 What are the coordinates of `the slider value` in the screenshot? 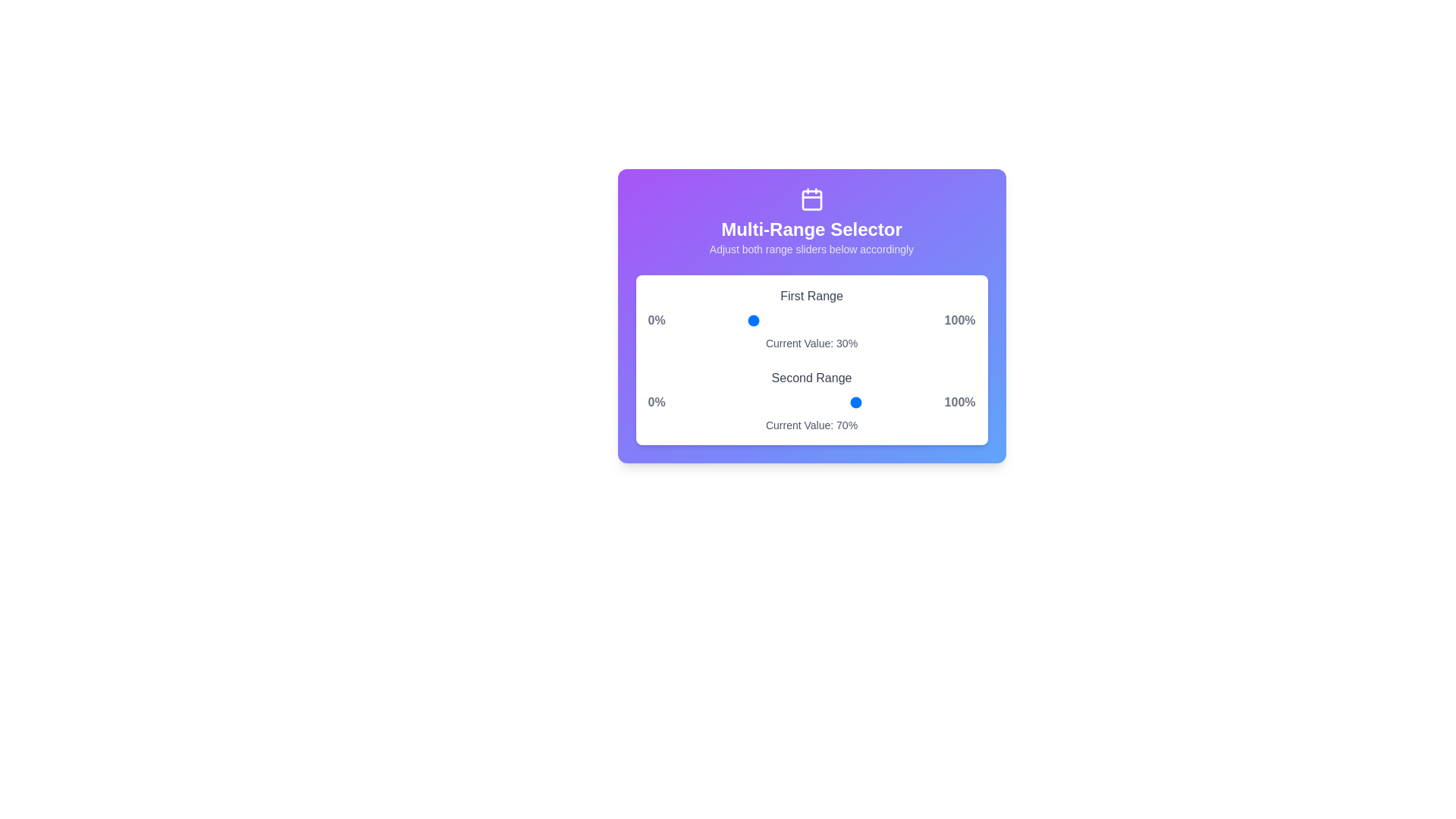 It's located at (705, 320).